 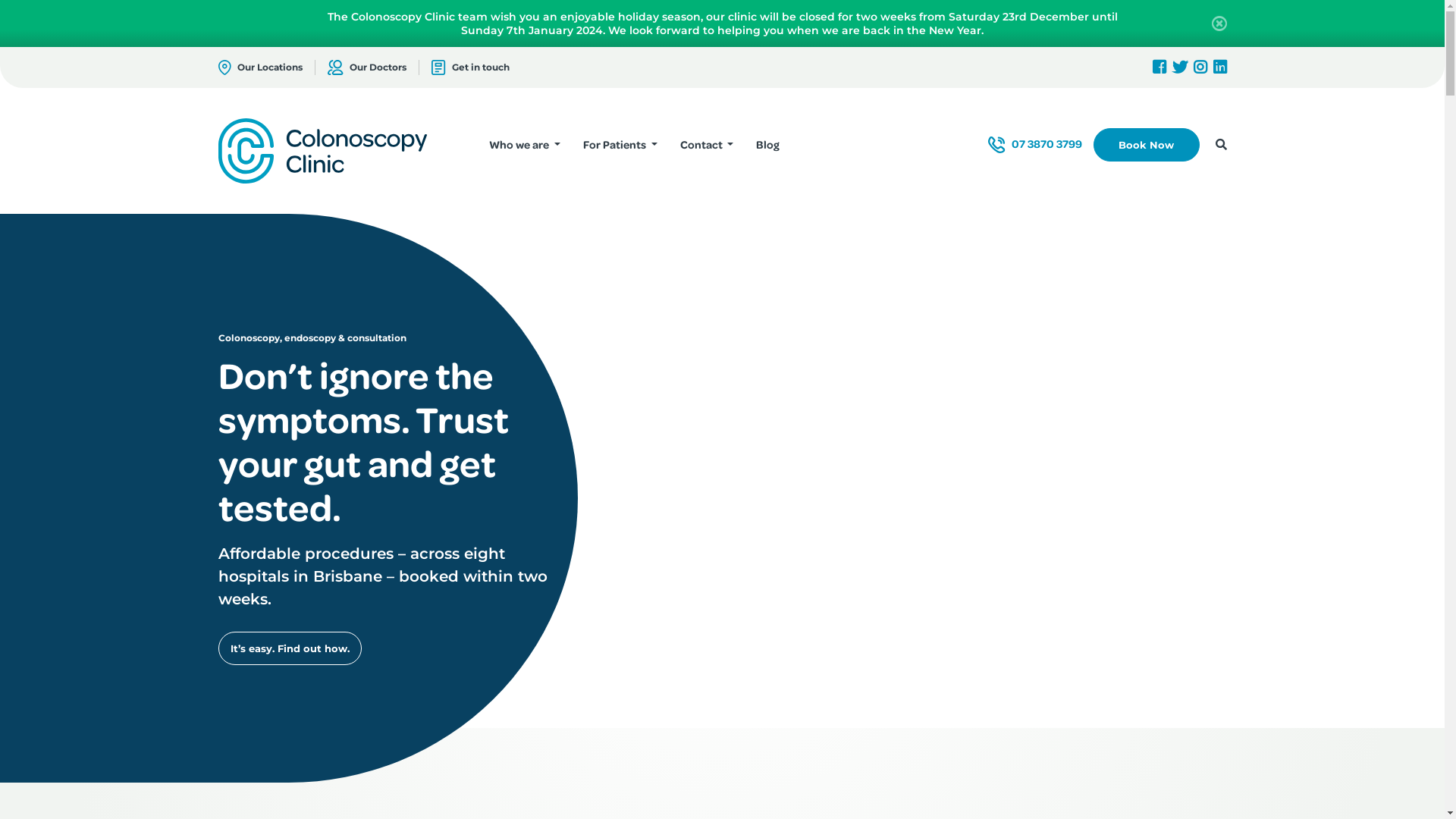 What do you see at coordinates (260, 66) in the screenshot?
I see `'Our Locations'` at bounding box center [260, 66].